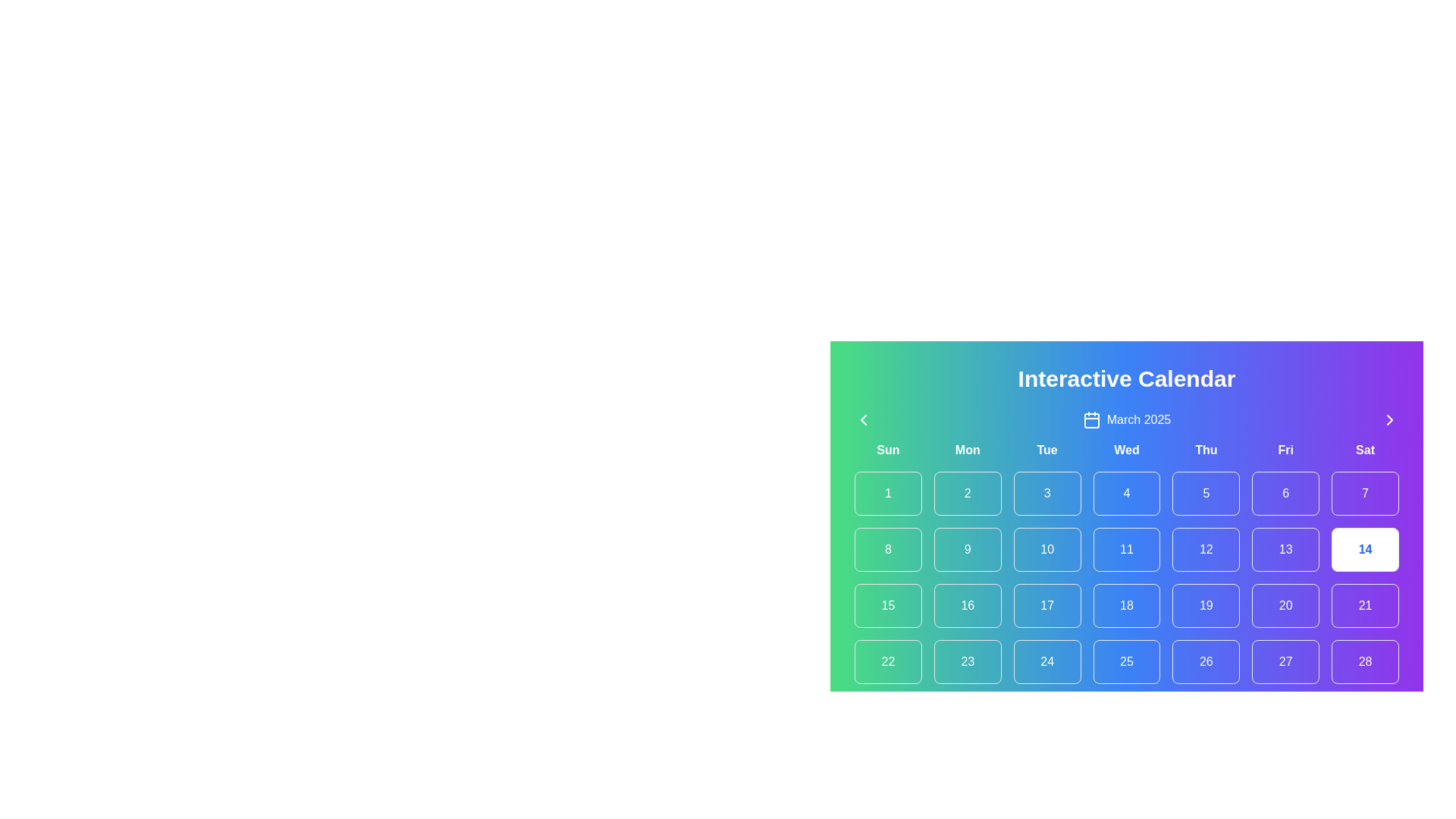  I want to click on the Calendar day button representing March 21st, located in the fifth row under the 'Sat' column of the interactive calendar interface, so click(1365, 604).